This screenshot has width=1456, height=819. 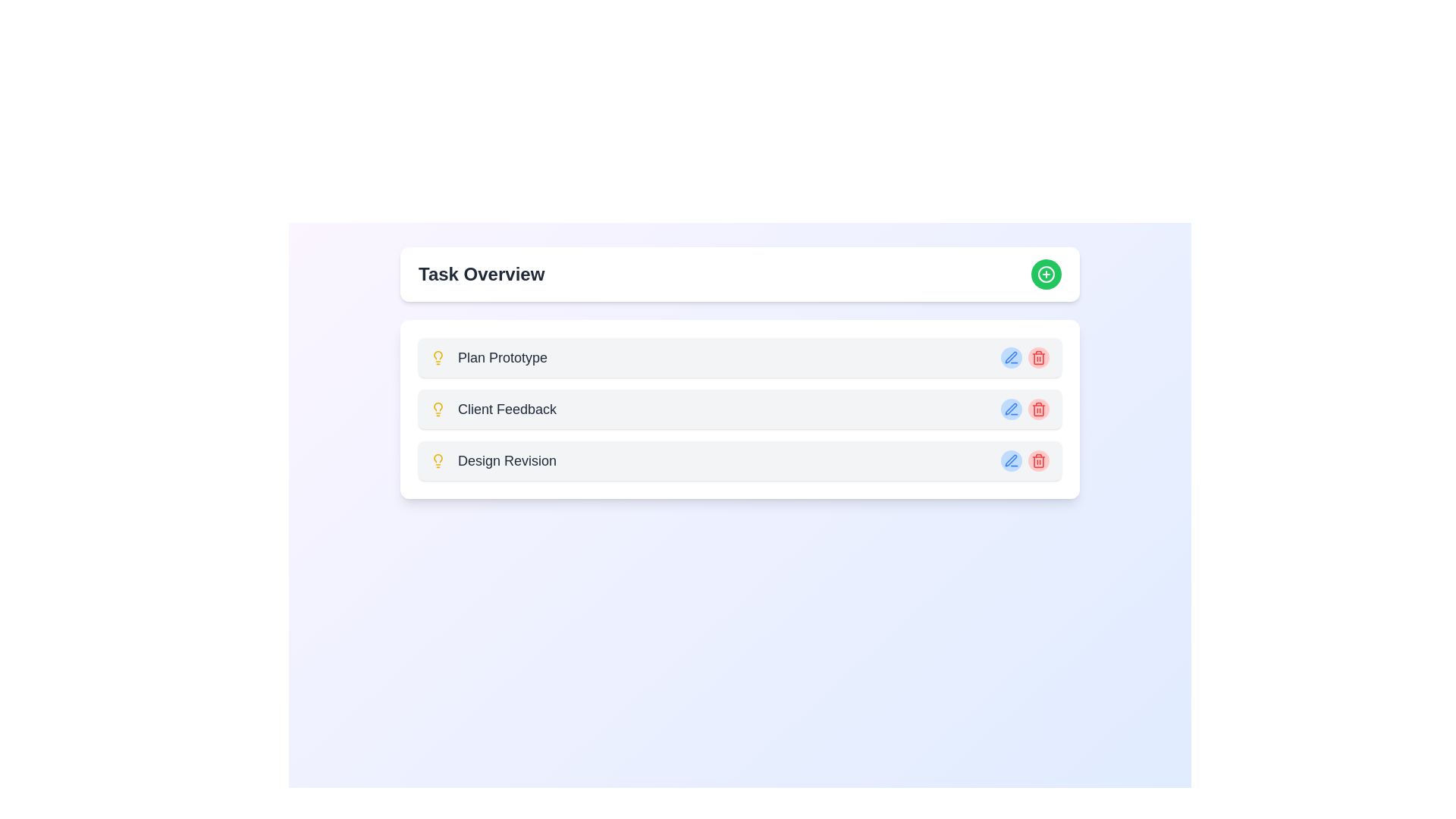 I want to click on the trash icon button, so click(x=1037, y=357).